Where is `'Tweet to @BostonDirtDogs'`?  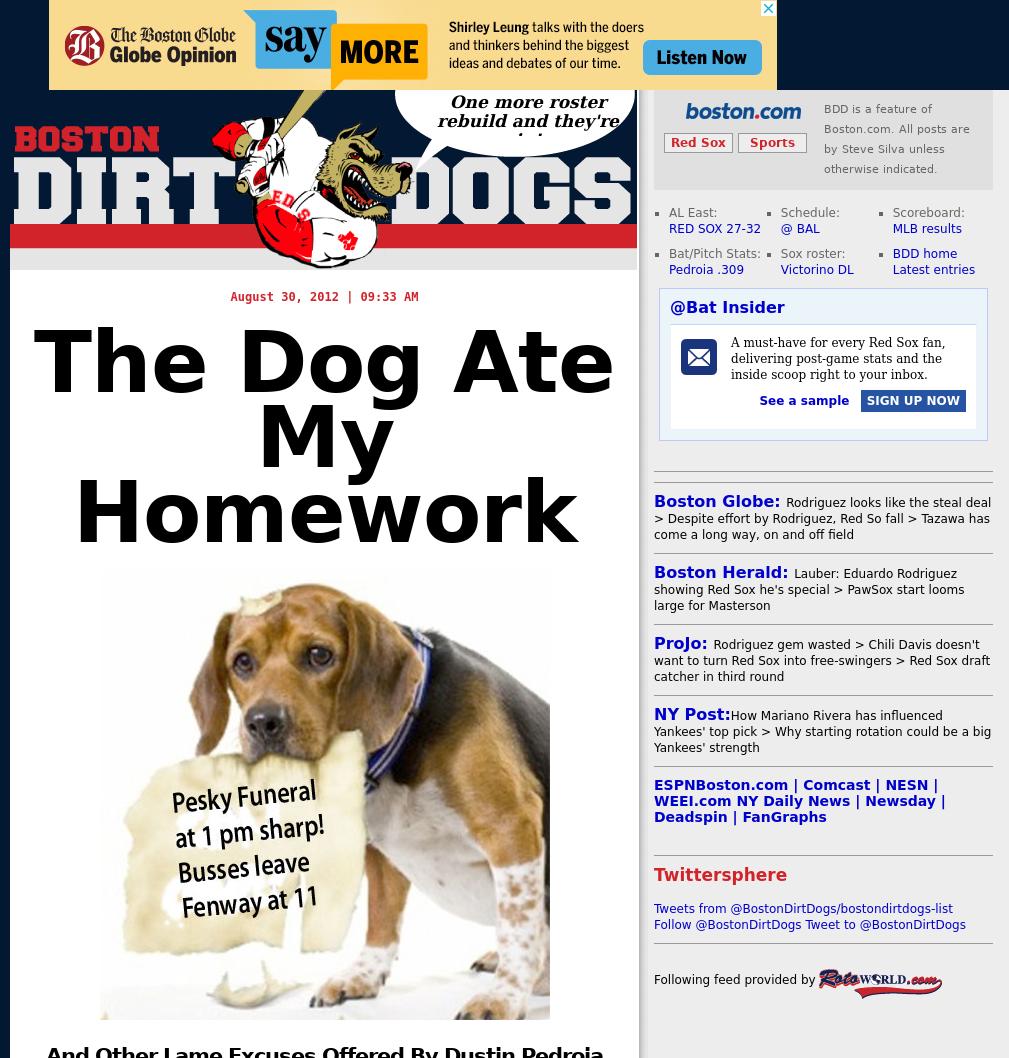
'Tweet to @BostonDirtDogs' is located at coordinates (884, 925).